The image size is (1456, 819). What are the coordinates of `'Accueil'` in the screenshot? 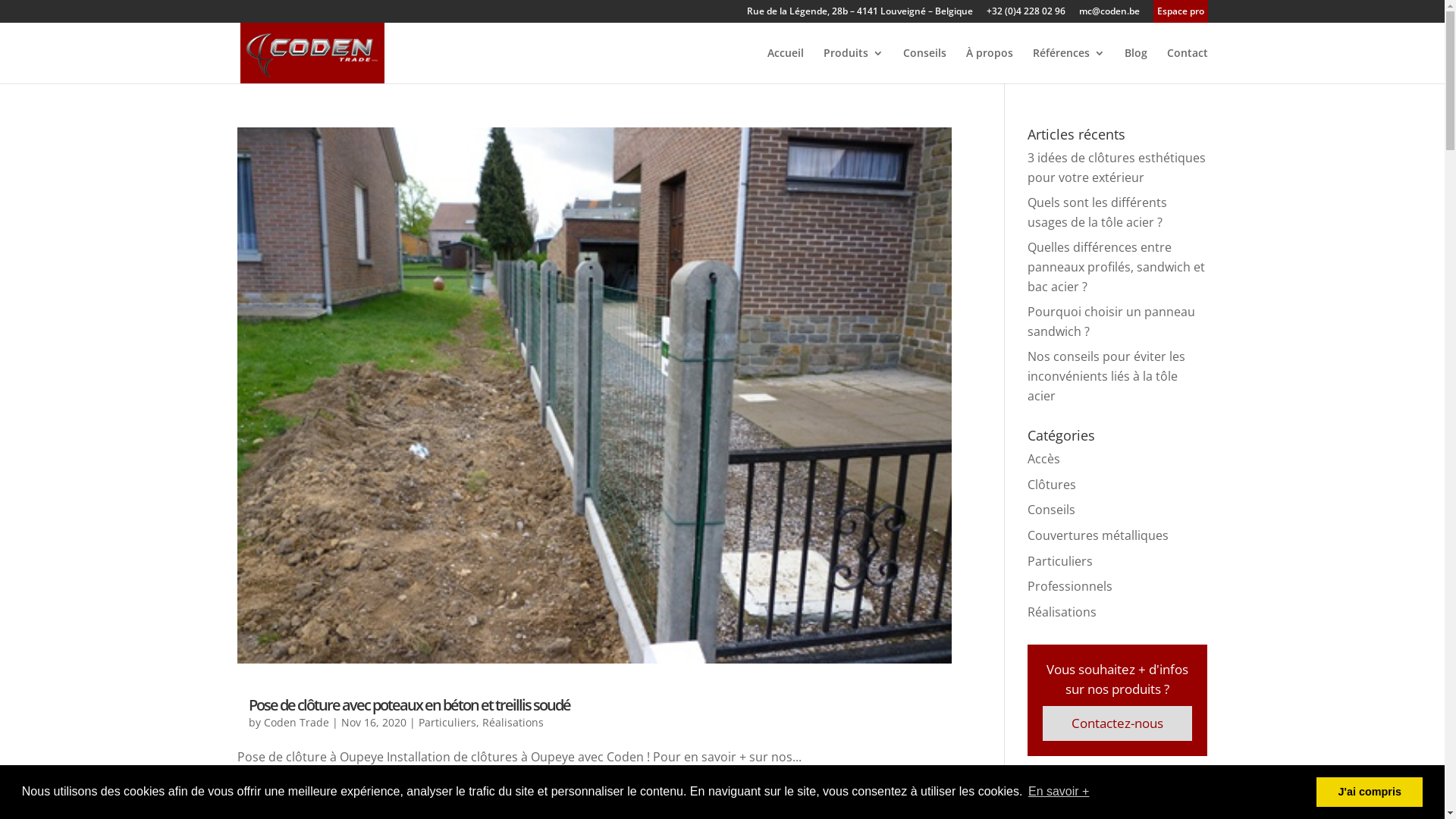 It's located at (786, 64).